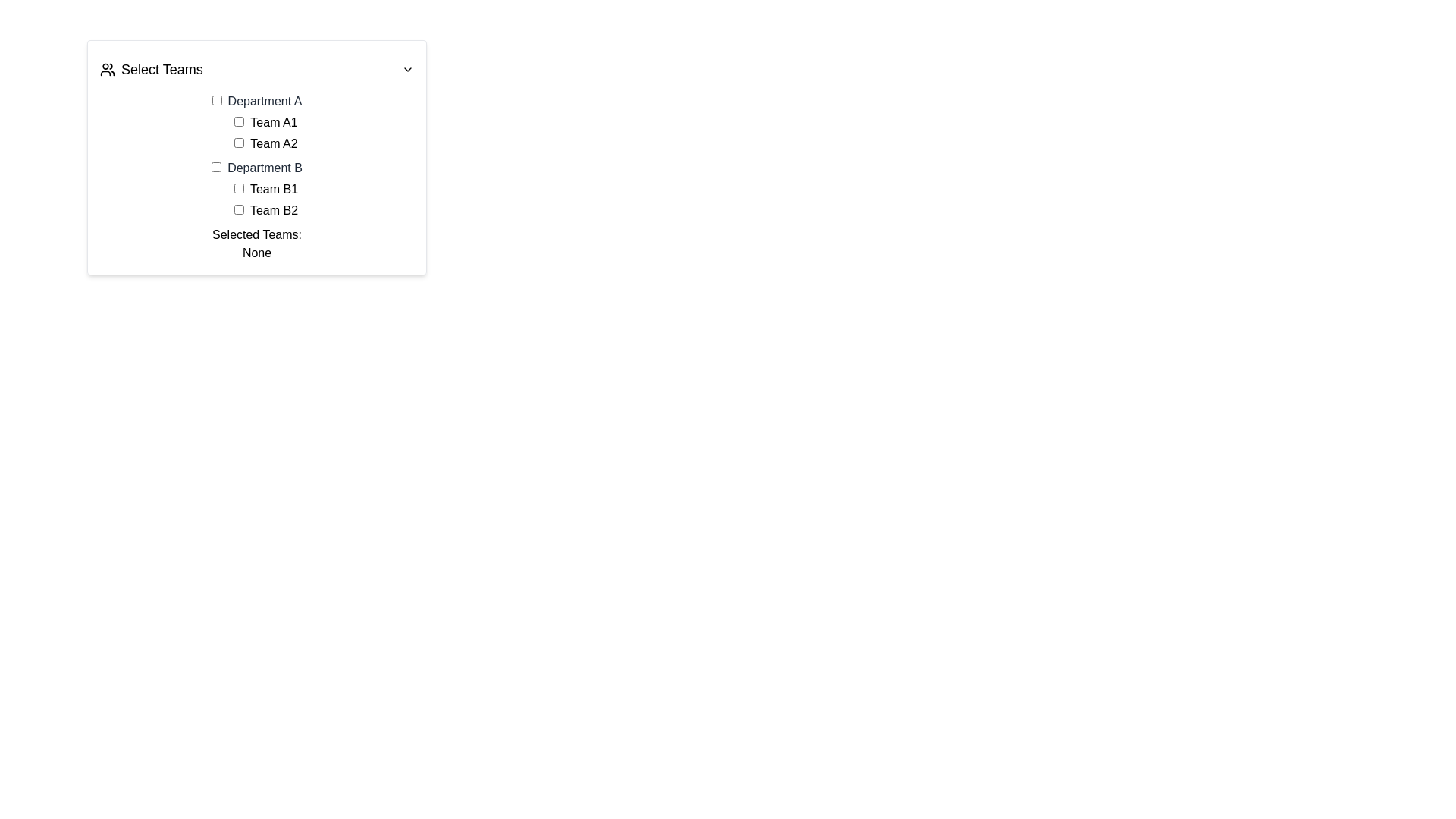  I want to click on the 'Department B' text label with checkbox, which is styled with a gray background and located under 'Department A.', so click(257, 168).